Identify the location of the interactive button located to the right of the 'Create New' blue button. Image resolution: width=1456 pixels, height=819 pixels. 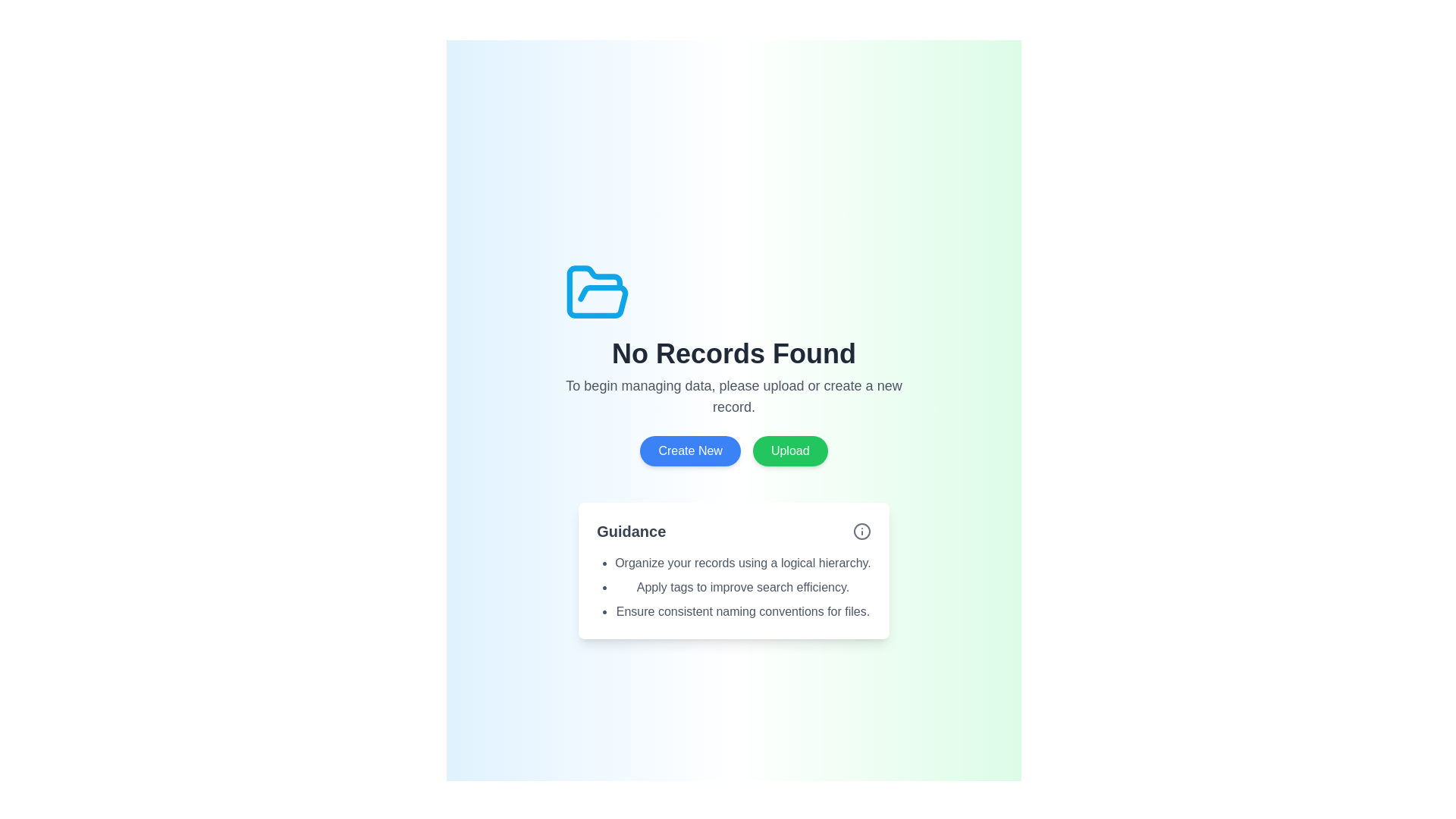
(789, 450).